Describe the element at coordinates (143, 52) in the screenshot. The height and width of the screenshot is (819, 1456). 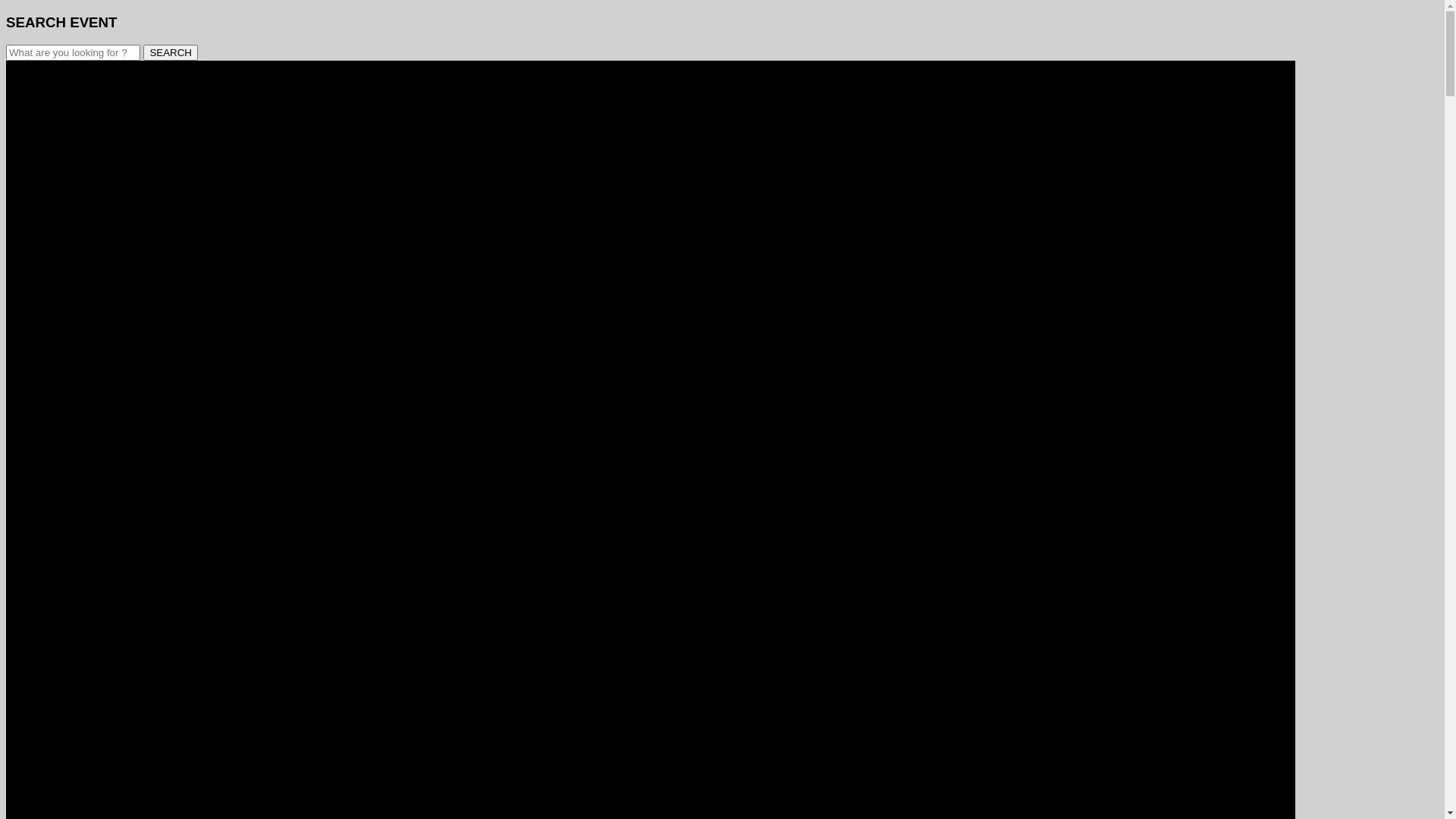
I see `'SEARCH'` at that location.